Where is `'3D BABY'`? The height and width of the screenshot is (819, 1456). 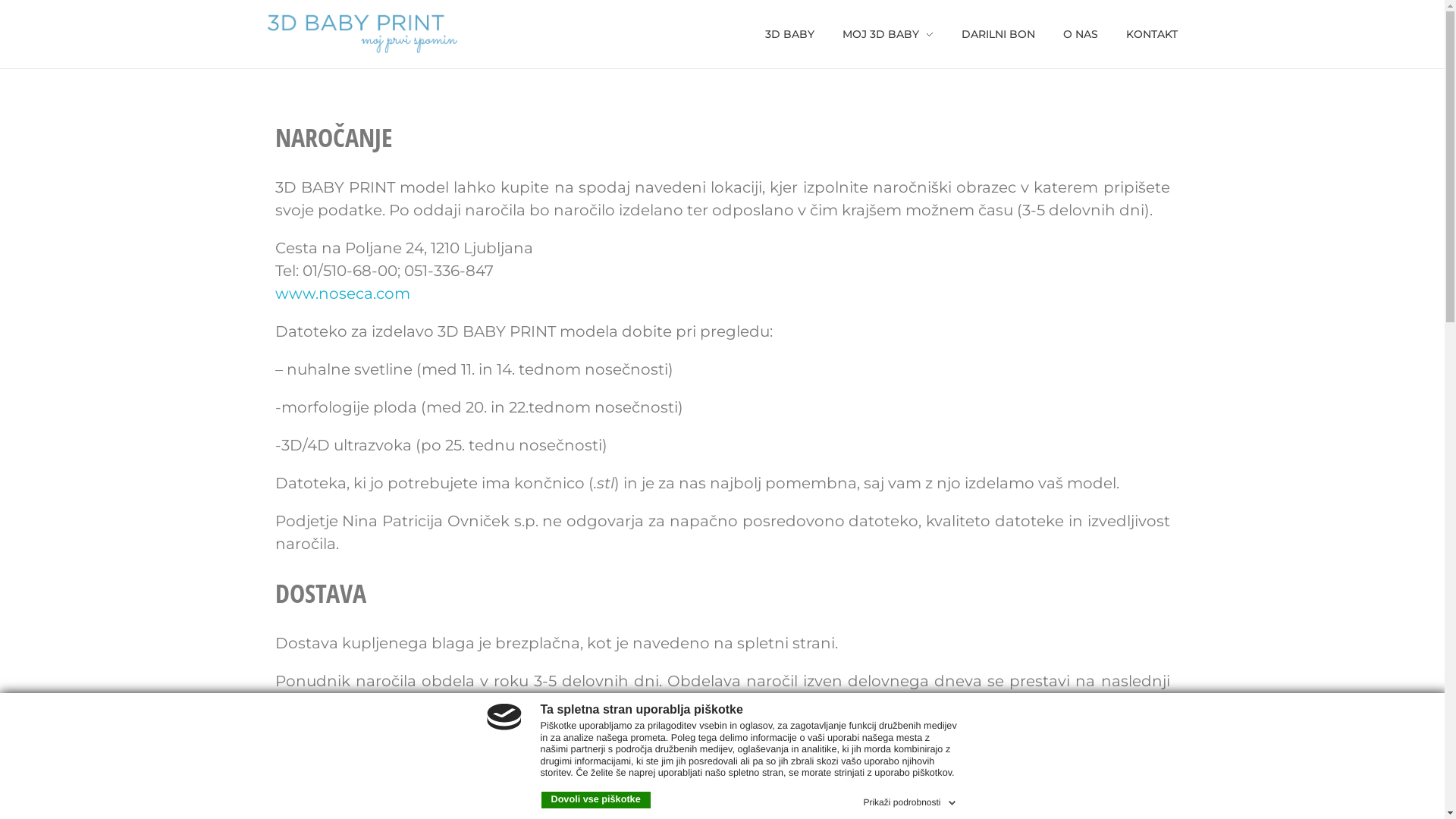 '3D BABY' is located at coordinates (795, 34).